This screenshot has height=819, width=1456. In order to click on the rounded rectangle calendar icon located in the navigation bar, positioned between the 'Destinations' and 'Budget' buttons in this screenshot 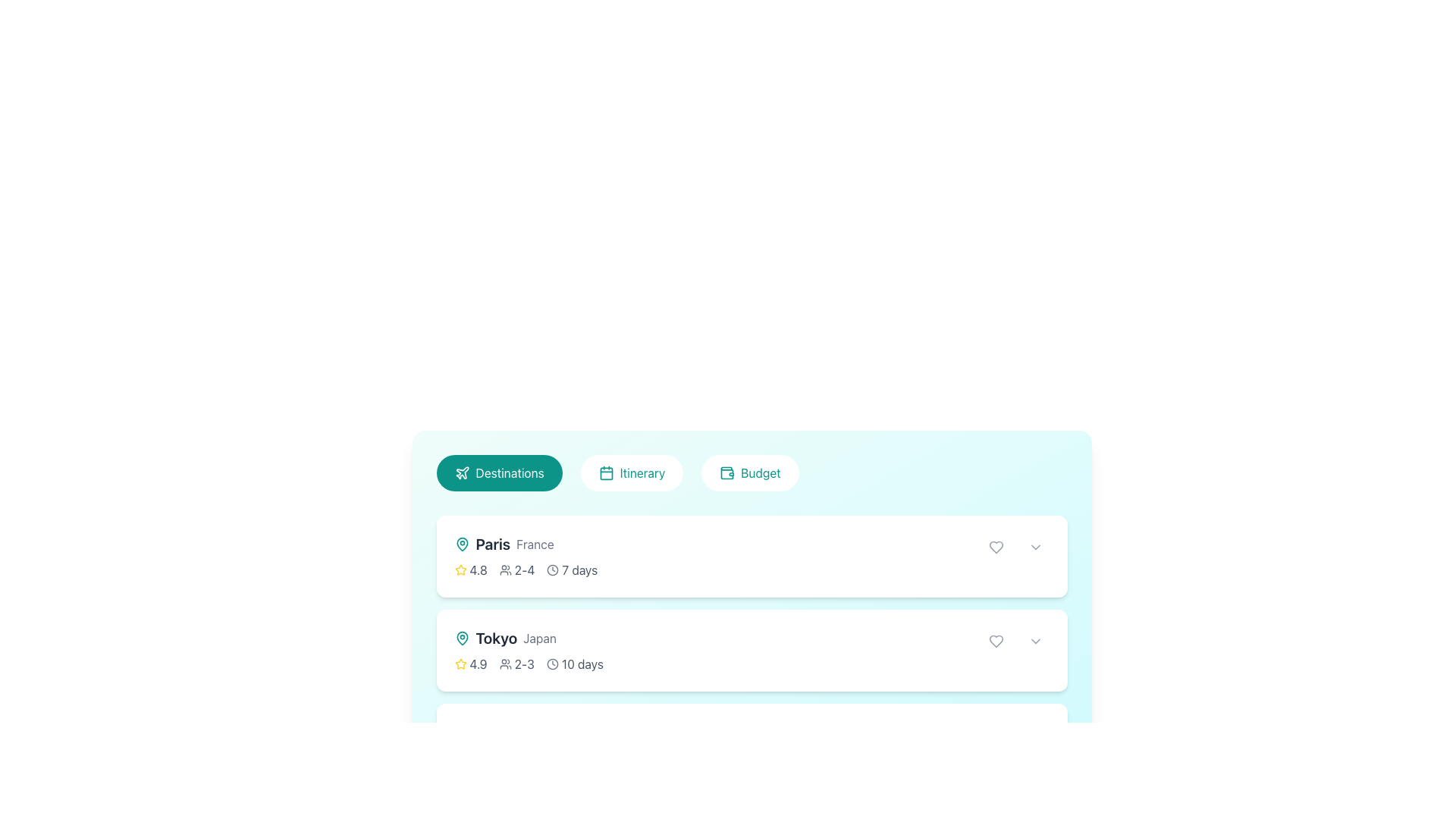, I will do `click(605, 472)`.